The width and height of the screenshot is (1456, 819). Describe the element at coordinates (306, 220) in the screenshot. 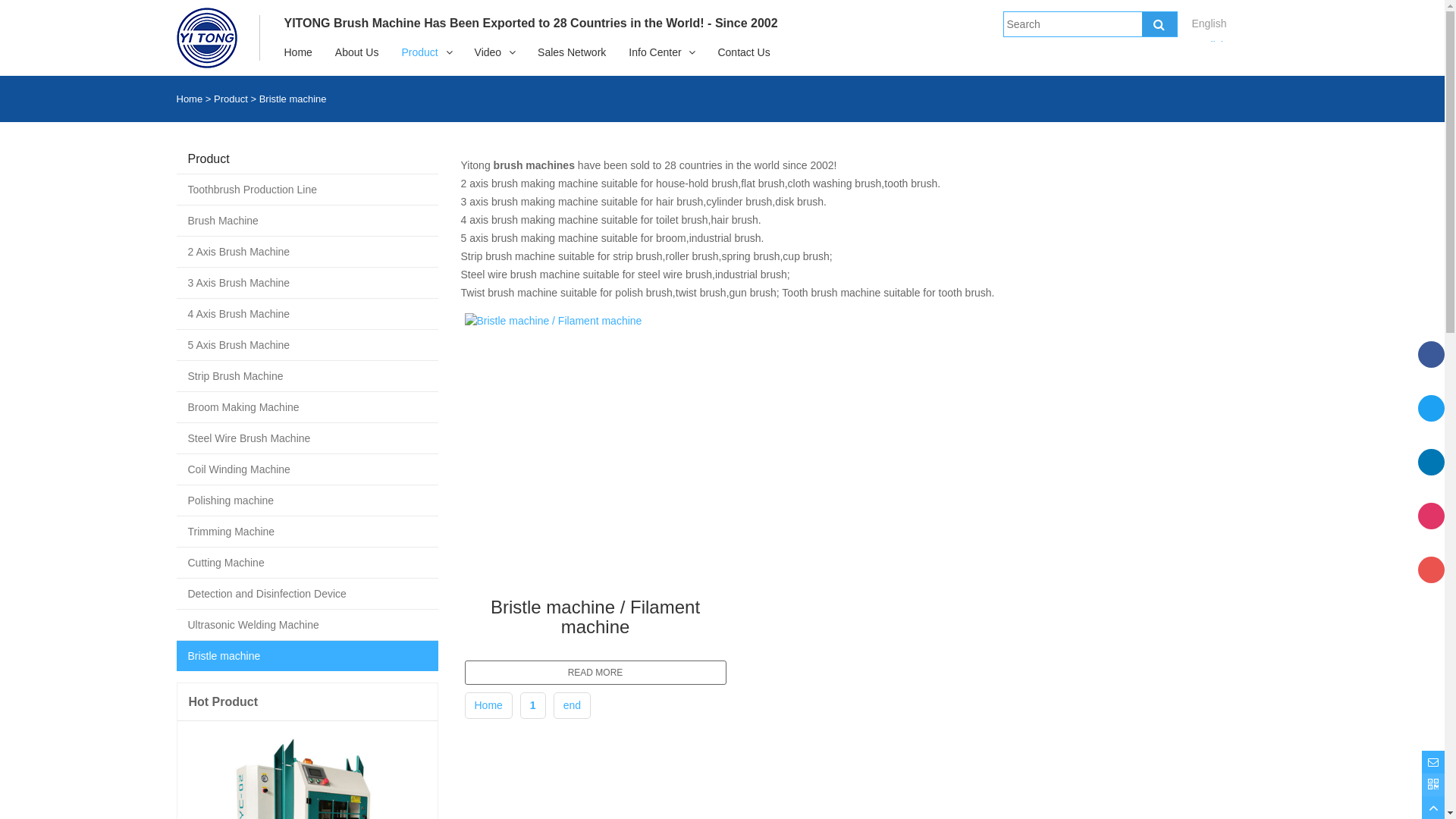

I see `'Brush Machine'` at that location.